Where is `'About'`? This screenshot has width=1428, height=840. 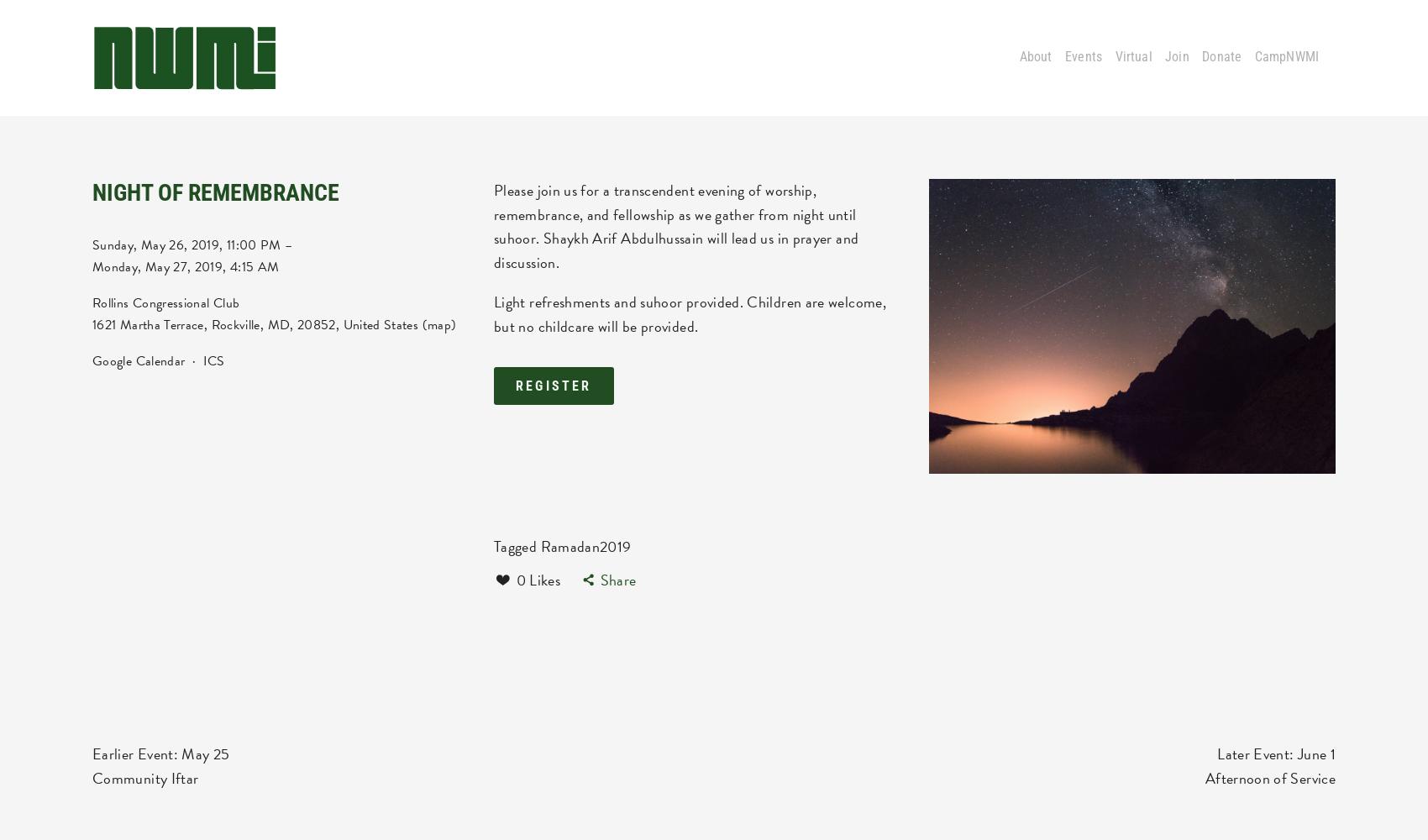 'About' is located at coordinates (1034, 56).